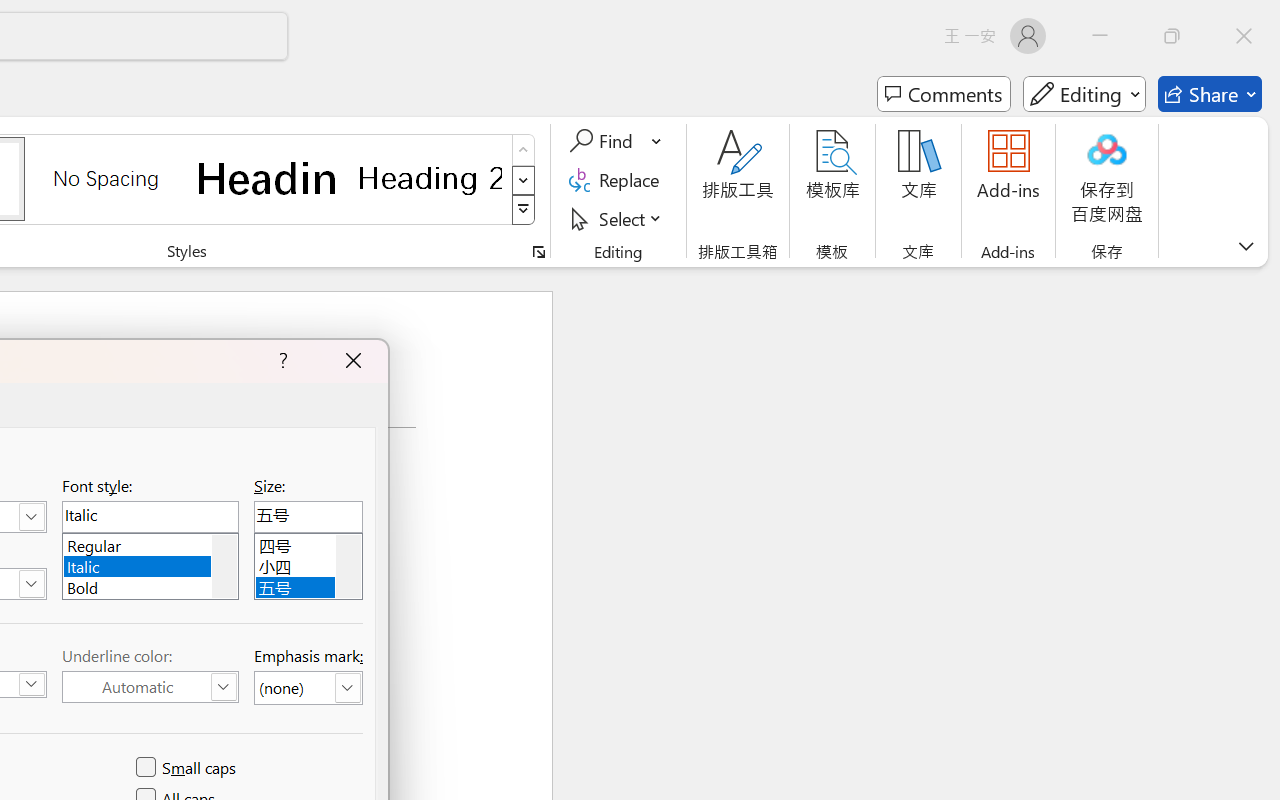 This screenshot has width=1280, height=800. Describe the element at coordinates (307, 688) in the screenshot. I see `'Emphasis mark:'` at that location.